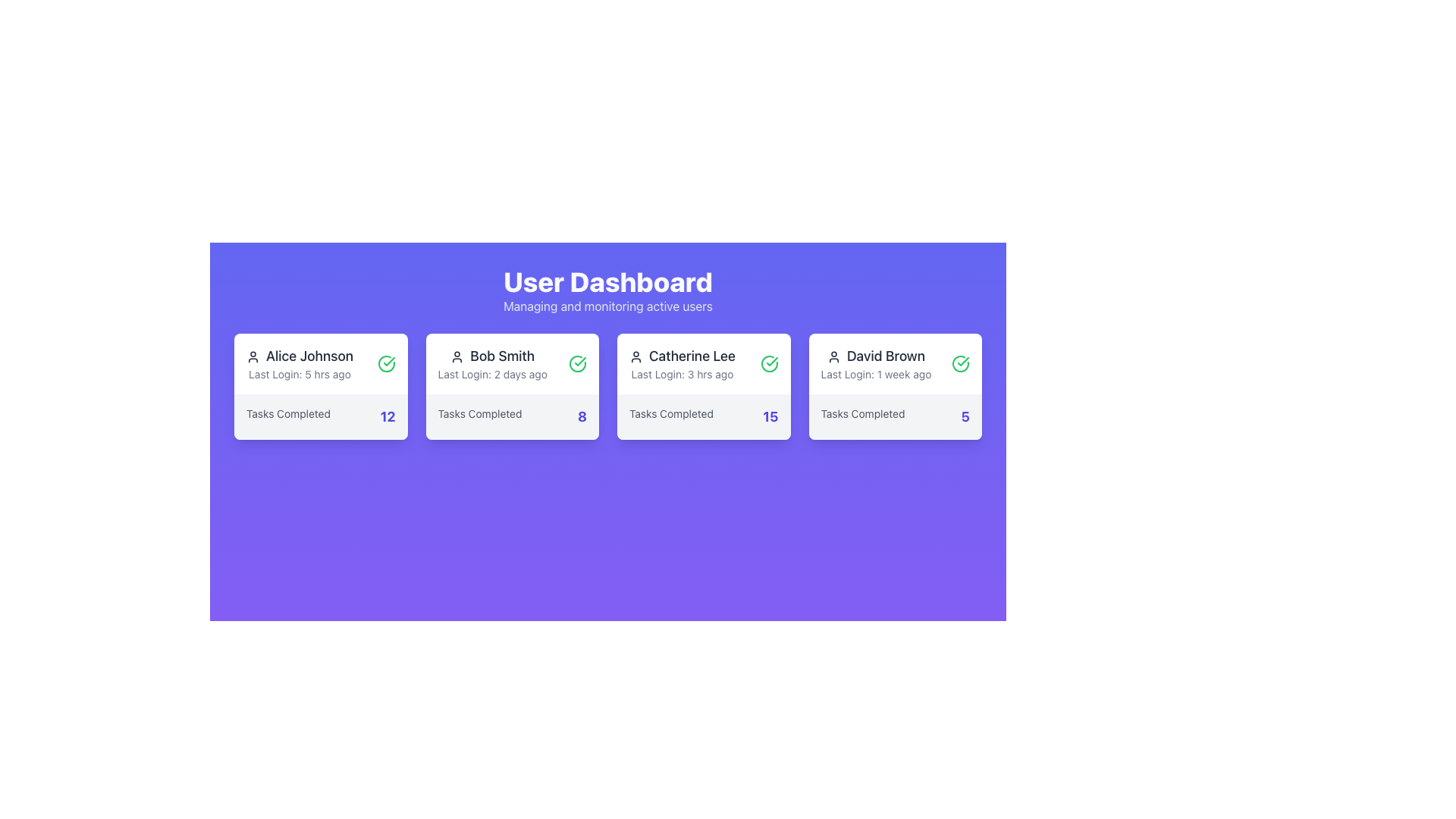  What do you see at coordinates (703, 417) in the screenshot?
I see `content displayed in the text segment showing 'Tasks Completed' and '15', which is located in the bottom portion of the card labeled 'Catherine Lee'` at bounding box center [703, 417].